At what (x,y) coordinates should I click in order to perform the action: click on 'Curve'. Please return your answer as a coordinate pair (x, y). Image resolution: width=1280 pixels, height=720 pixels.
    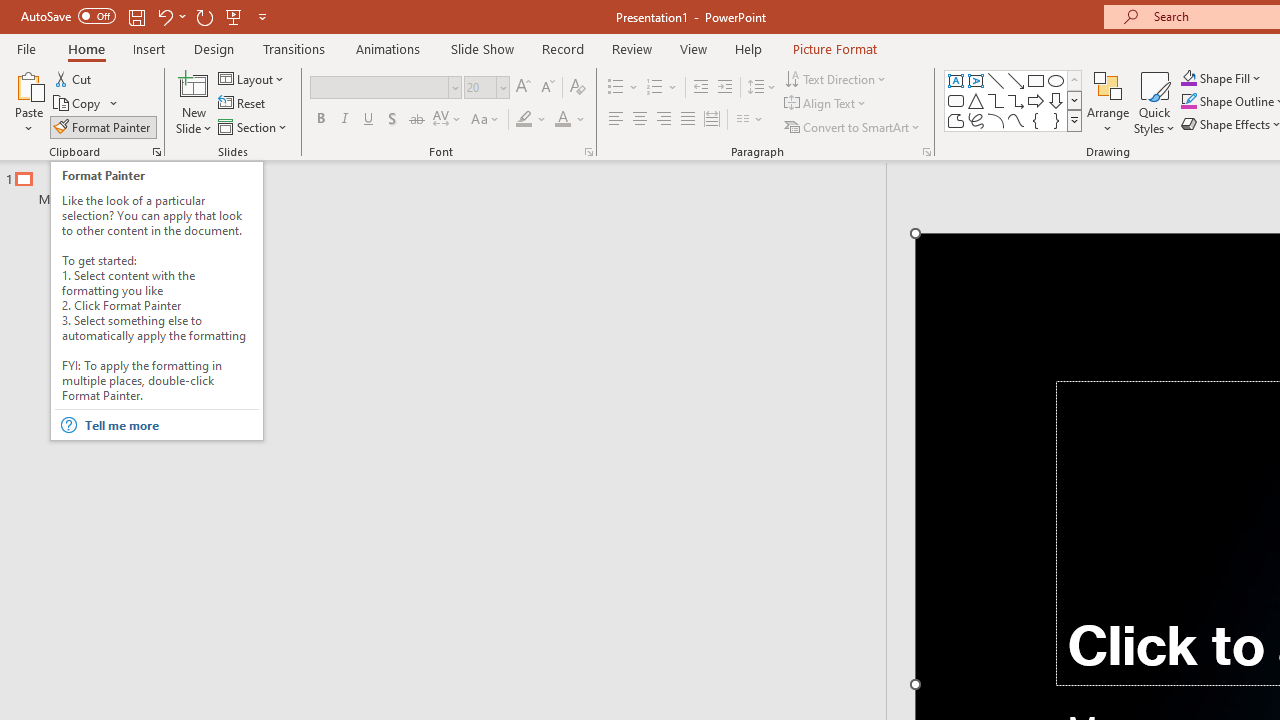
    Looking at the image, I should click on (1016, 120).